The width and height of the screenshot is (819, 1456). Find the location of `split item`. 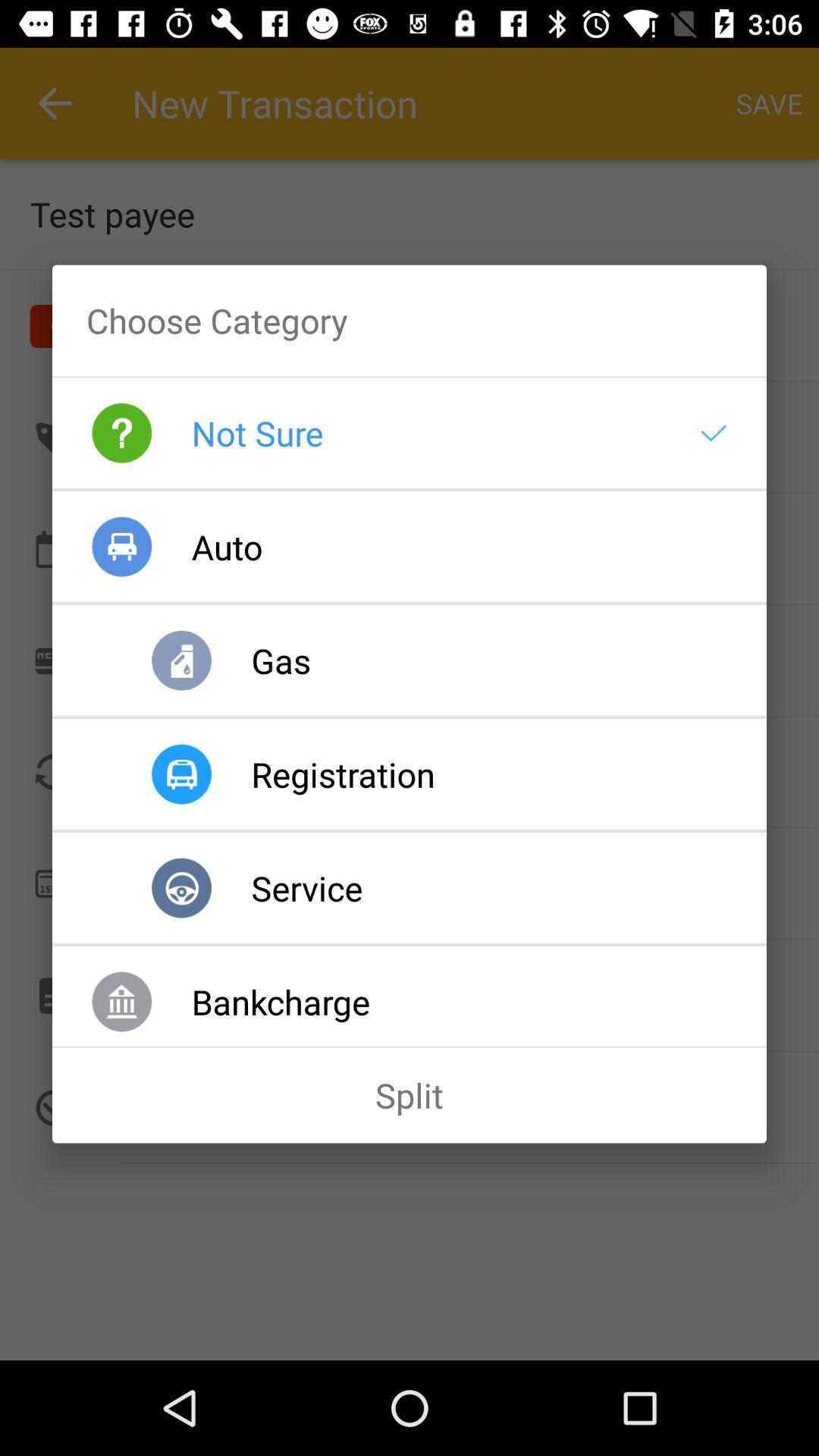

split item is located at coordinates (409, 1095).